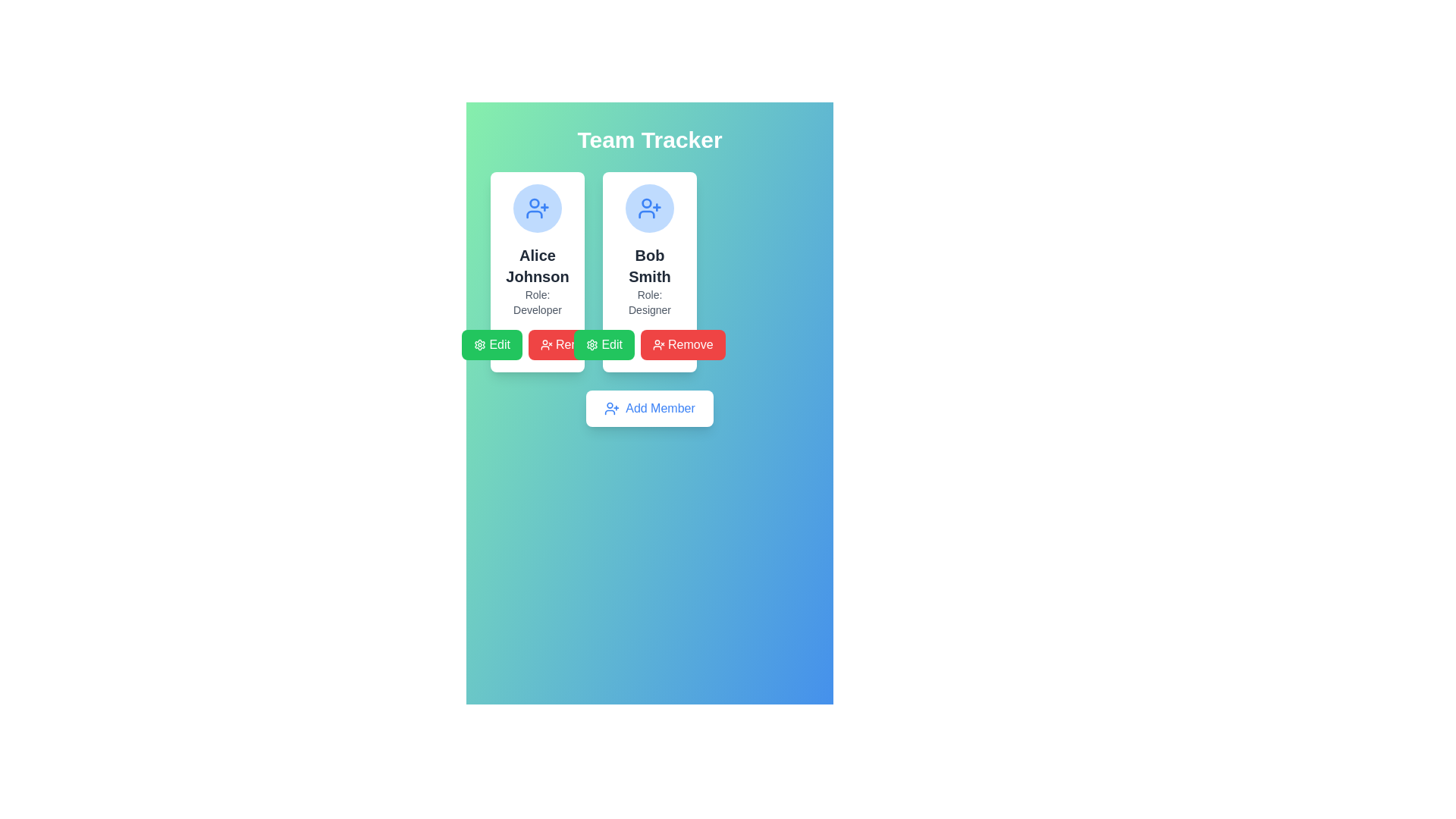 The height and width of the screenshot is (819, 1456). What do you see at coordinates (603, 345) in the screenshot?
I see `the button` at bounding box center [603, 345].